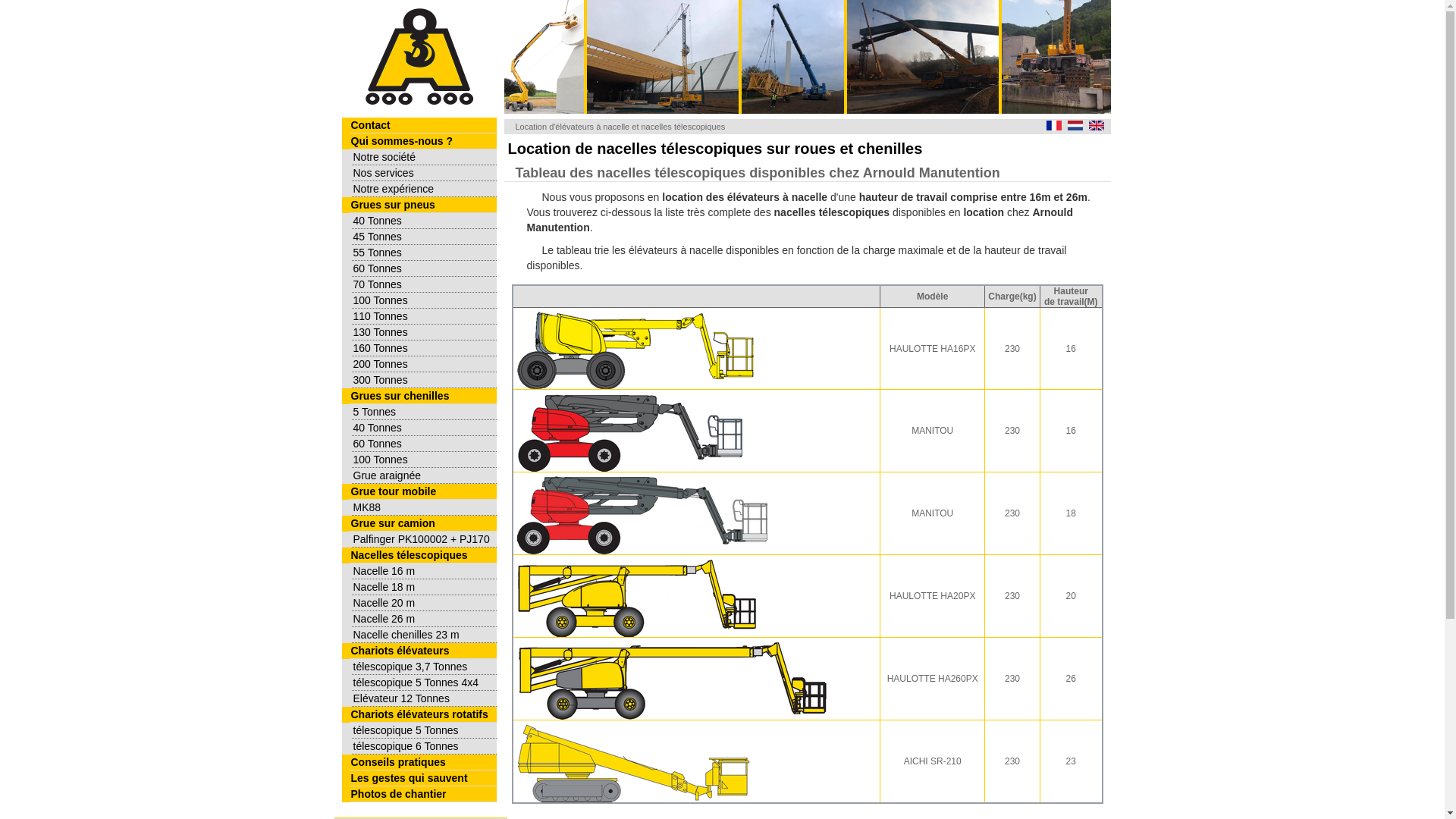 Image resolution: width=1456 pixels, height=819 pixels. What do you see at coordinates (424, 507) in the screenshot?
I see `'MK88'` at bounding box center [424, 507].